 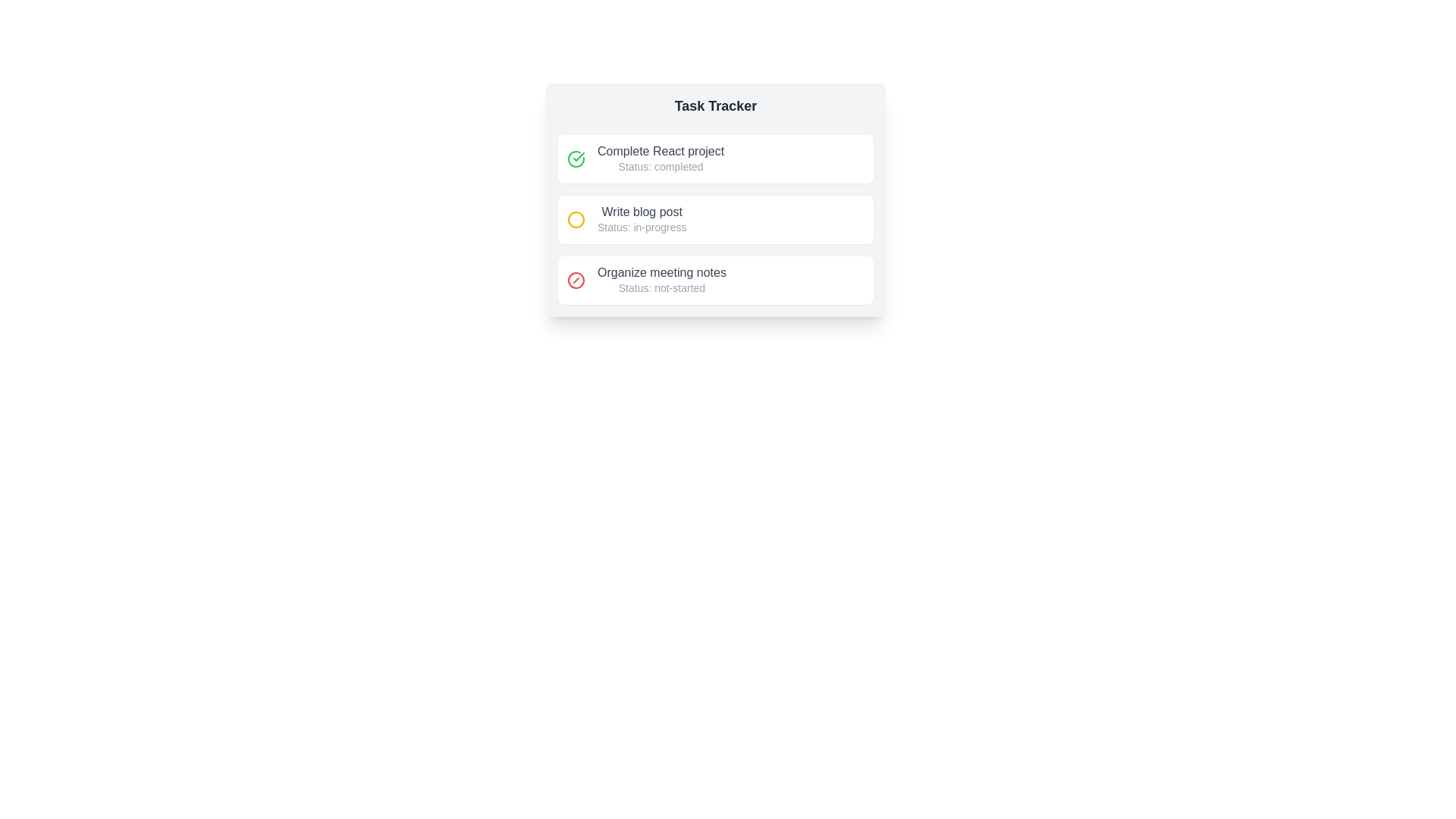 What do you see at coordinates (715, 281) in the screenshot?
I see `the Informational card with the title 'Organize meeting notes' and status 'not-started', which is the third card in a vertical stack of task cards` at bounding box center [715, 281].